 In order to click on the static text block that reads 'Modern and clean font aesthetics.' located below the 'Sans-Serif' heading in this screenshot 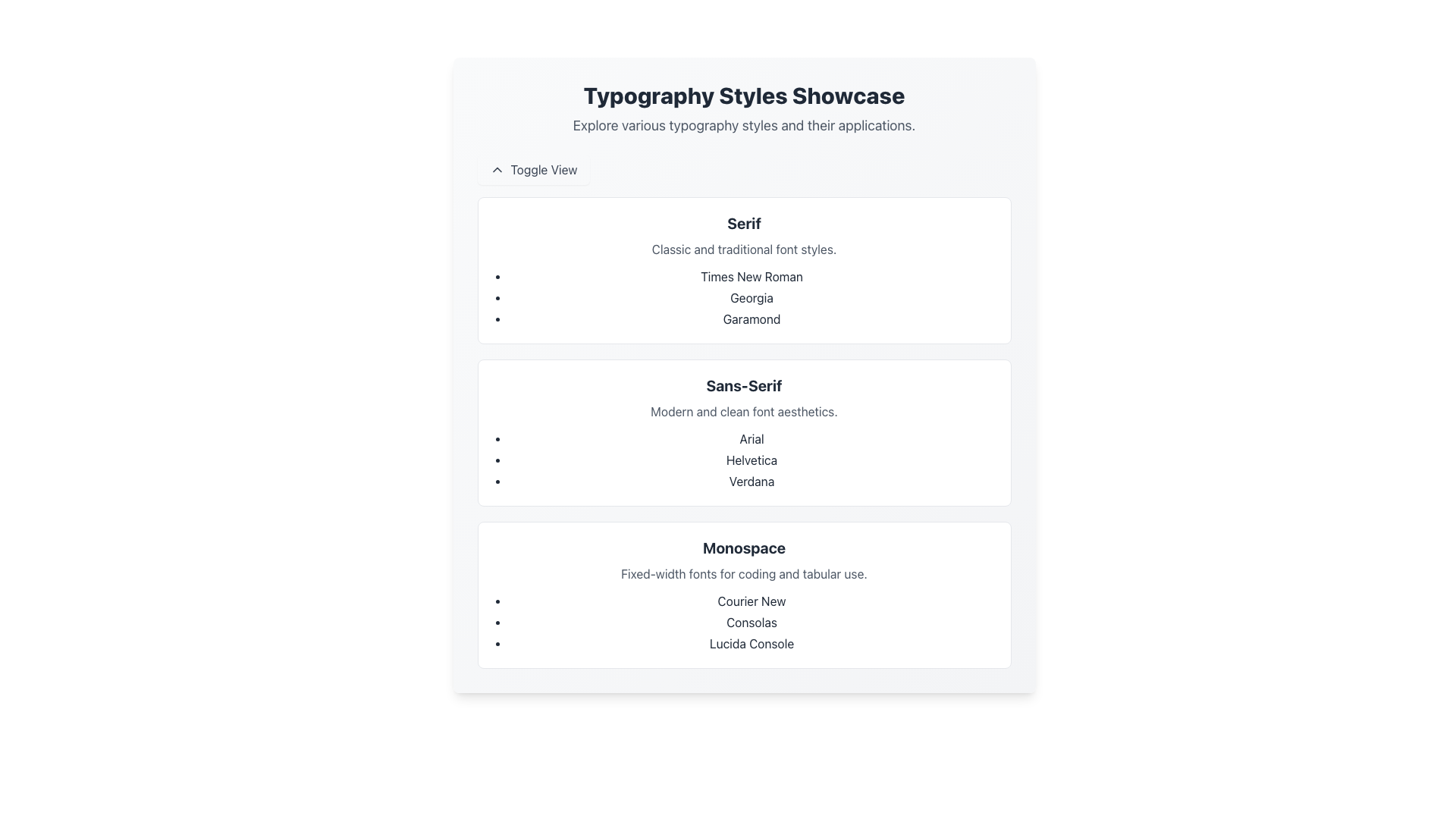, I will do `click(744, 412)`.